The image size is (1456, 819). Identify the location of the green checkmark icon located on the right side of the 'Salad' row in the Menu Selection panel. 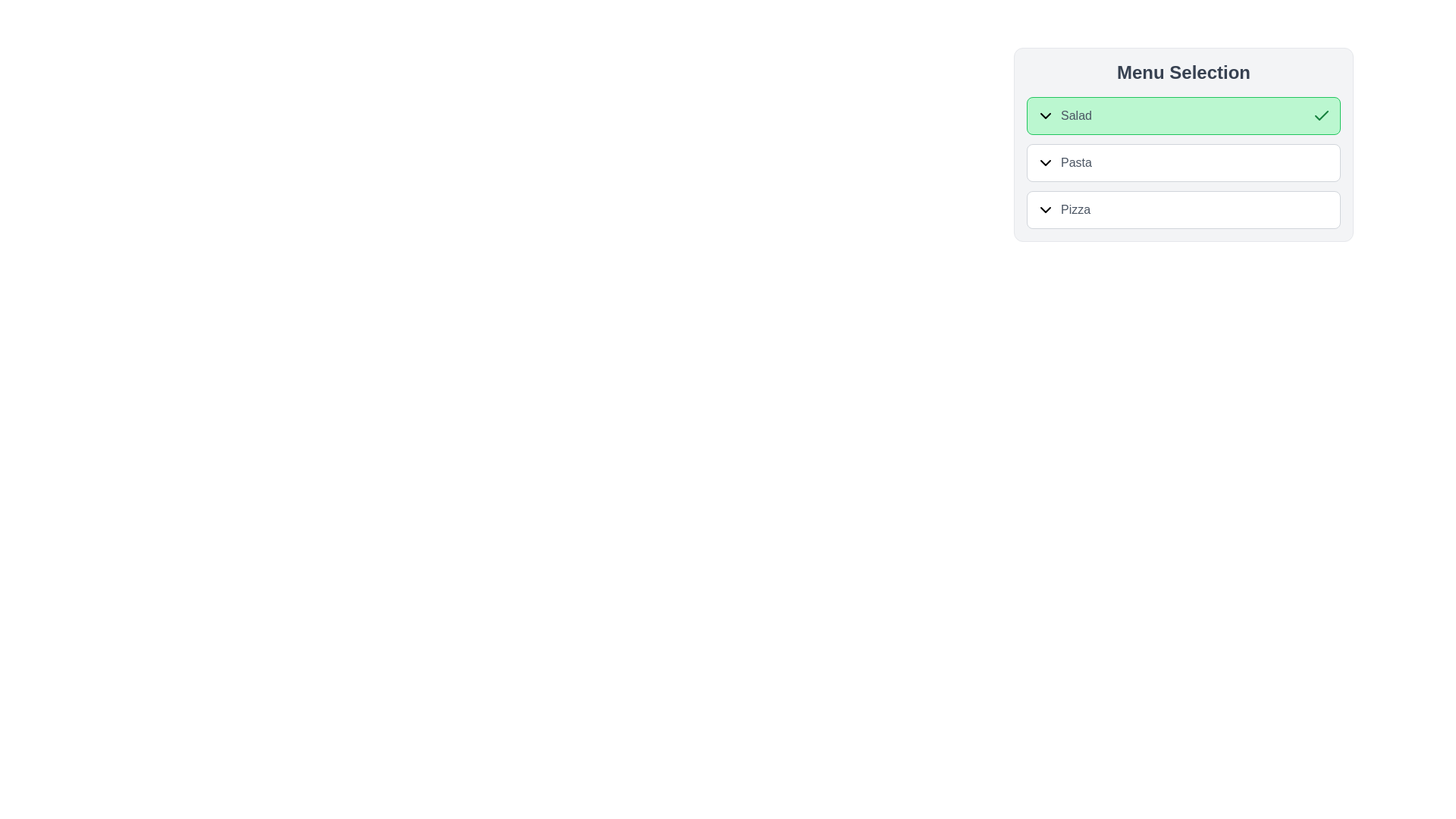
(1320, 115).